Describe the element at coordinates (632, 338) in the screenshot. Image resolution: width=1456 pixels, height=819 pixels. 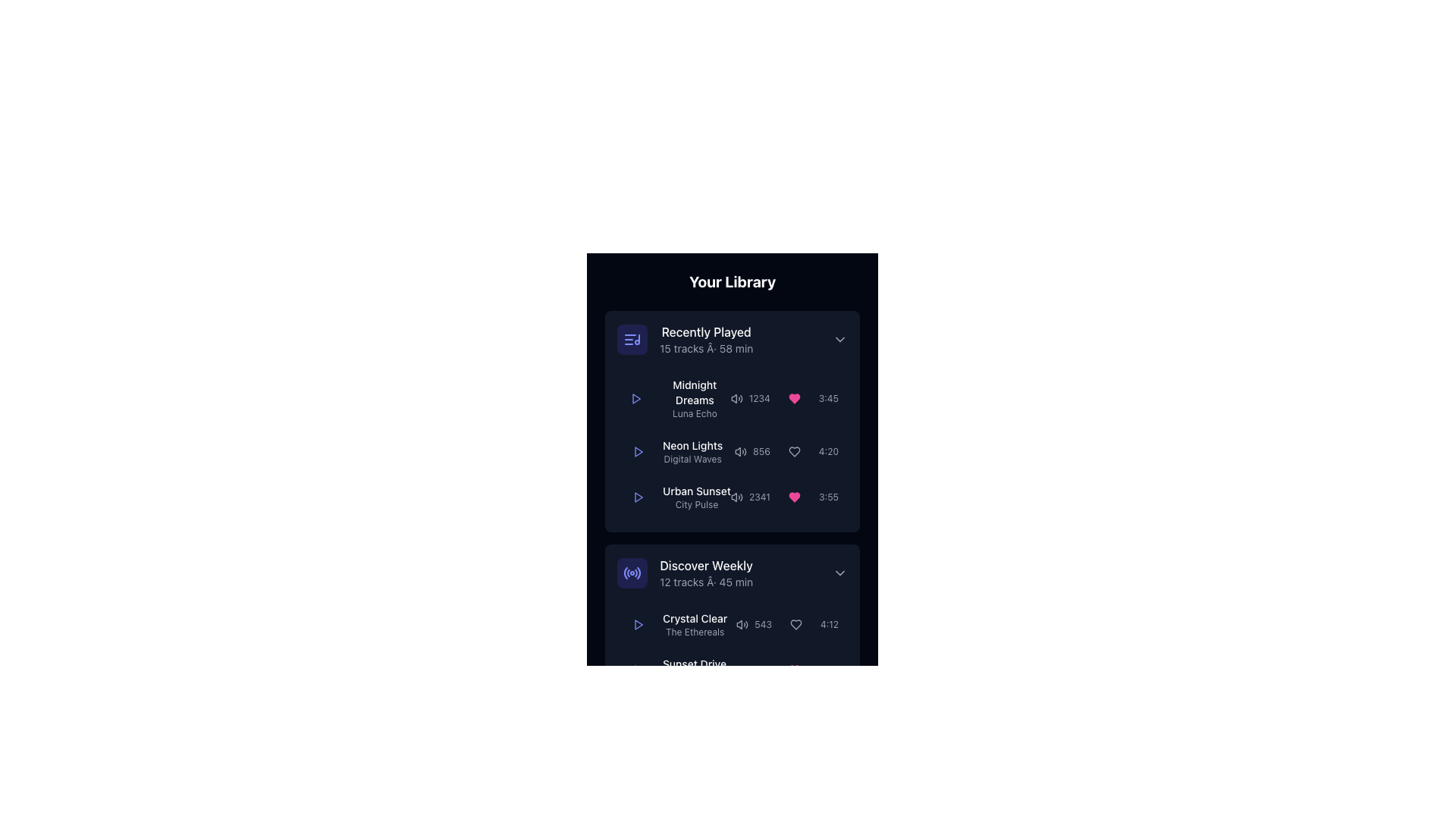
I see `the 'Recently Played' icon button located at the top-left corner of the 'Recently Played' section` at that location.